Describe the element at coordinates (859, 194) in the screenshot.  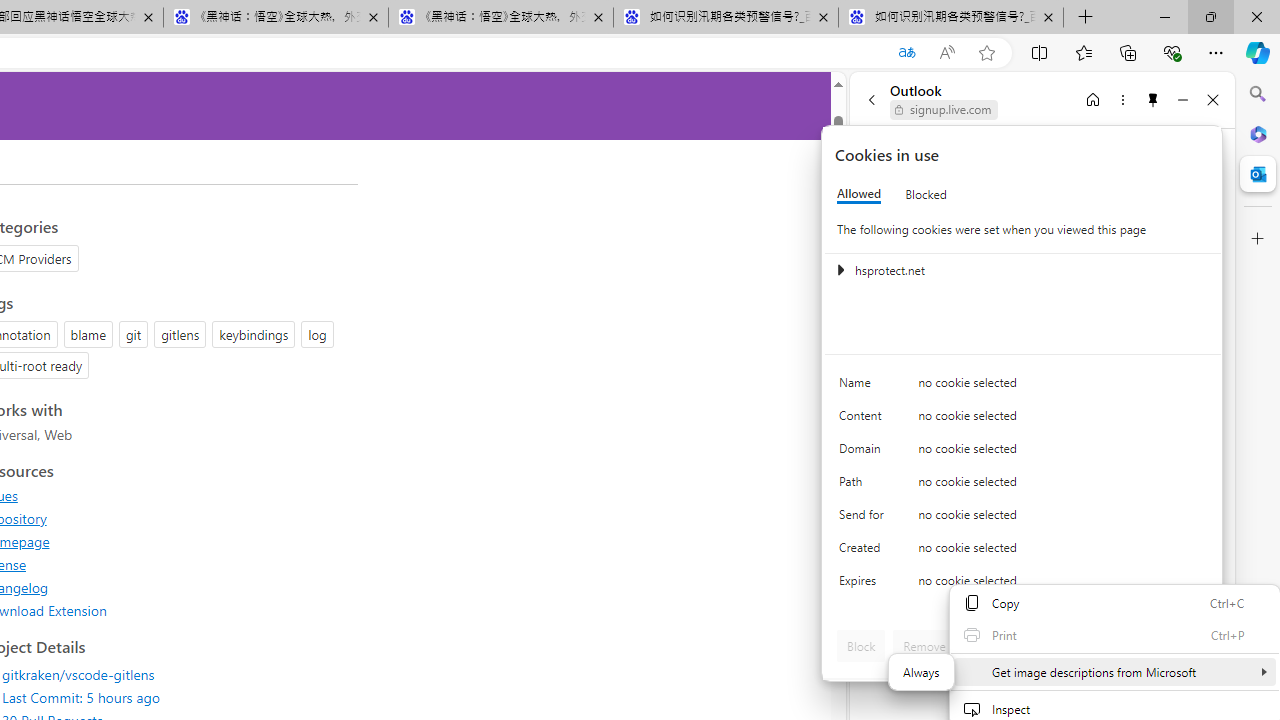
I see `'Allowed'` at that location.